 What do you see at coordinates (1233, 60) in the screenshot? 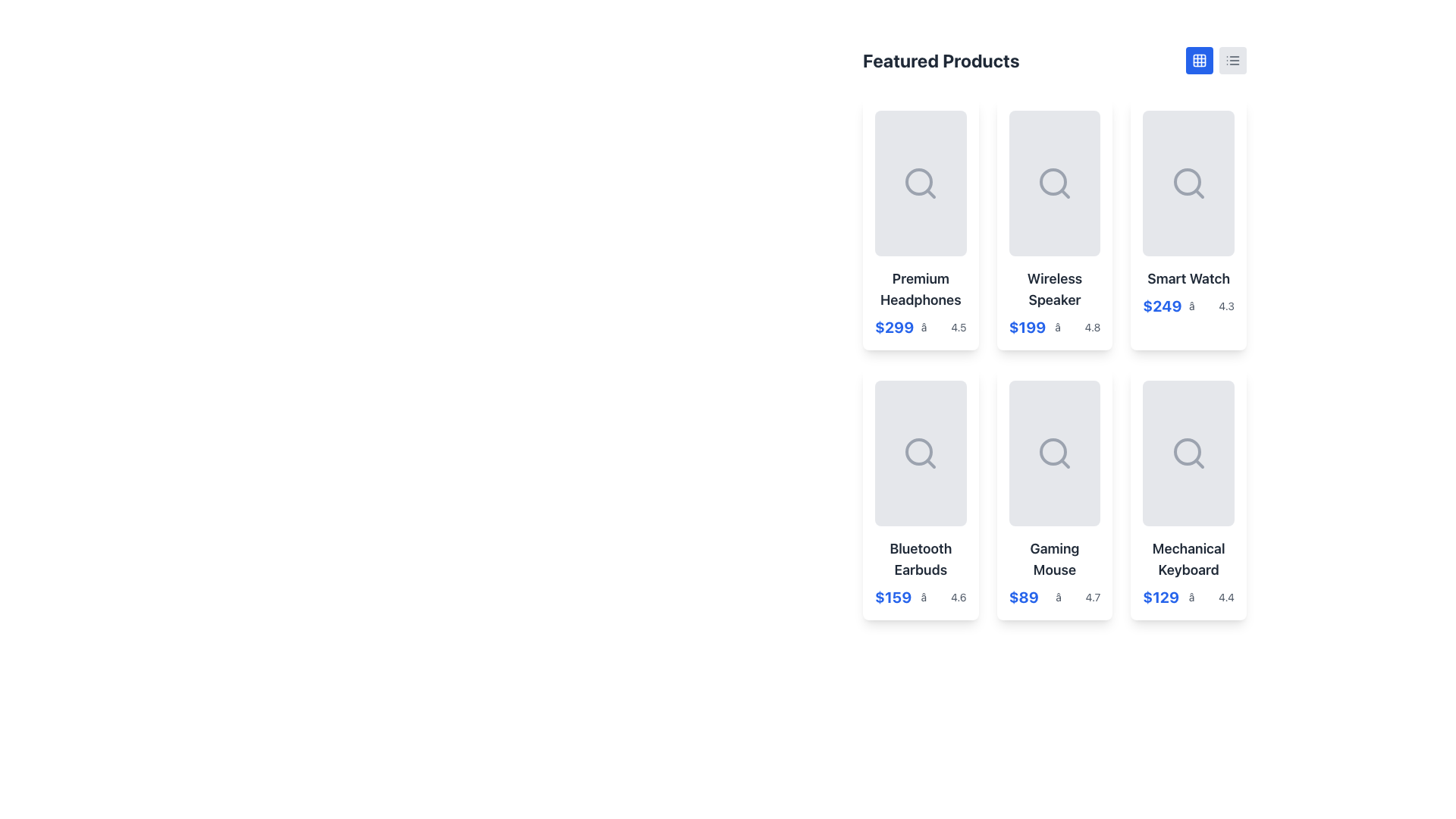
I see `the SVG icon representing a list view, located in the top right corner next to the blue grid icon` at bounding box center [1233, 60].